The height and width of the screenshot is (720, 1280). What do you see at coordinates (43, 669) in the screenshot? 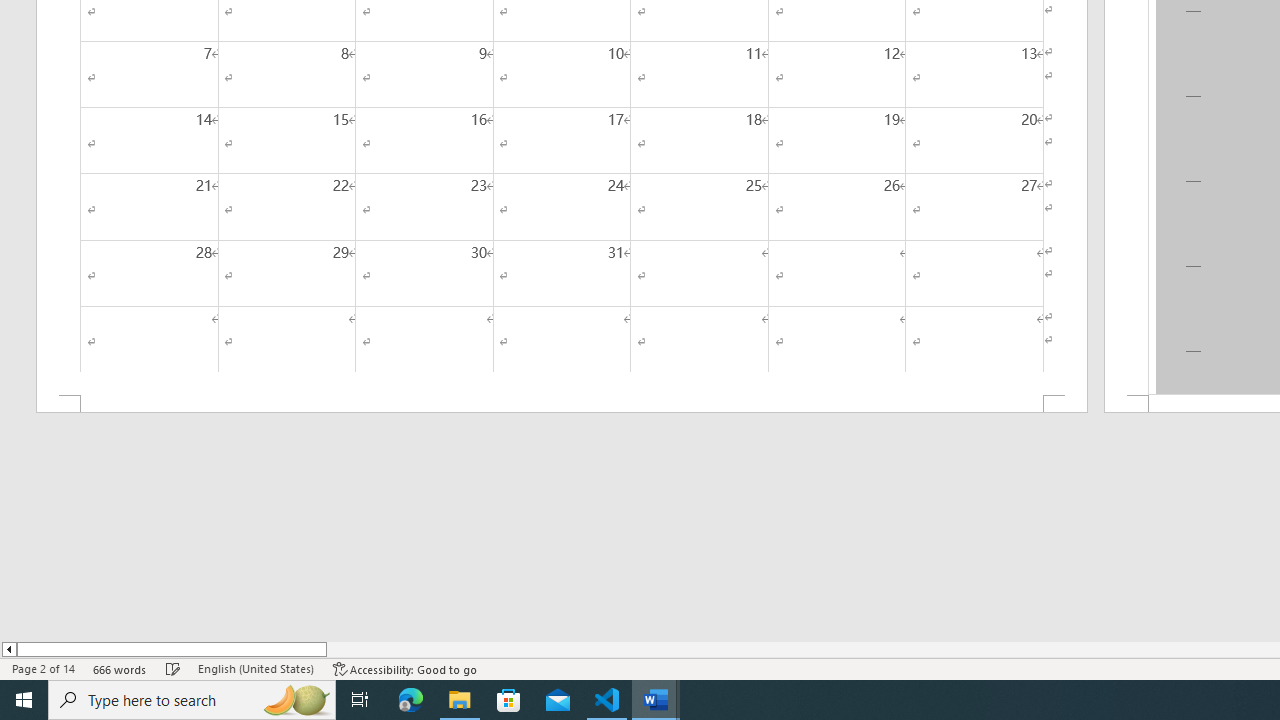
I see `'Page Number Page 2 of 14'` at bounding box center [43, 669].